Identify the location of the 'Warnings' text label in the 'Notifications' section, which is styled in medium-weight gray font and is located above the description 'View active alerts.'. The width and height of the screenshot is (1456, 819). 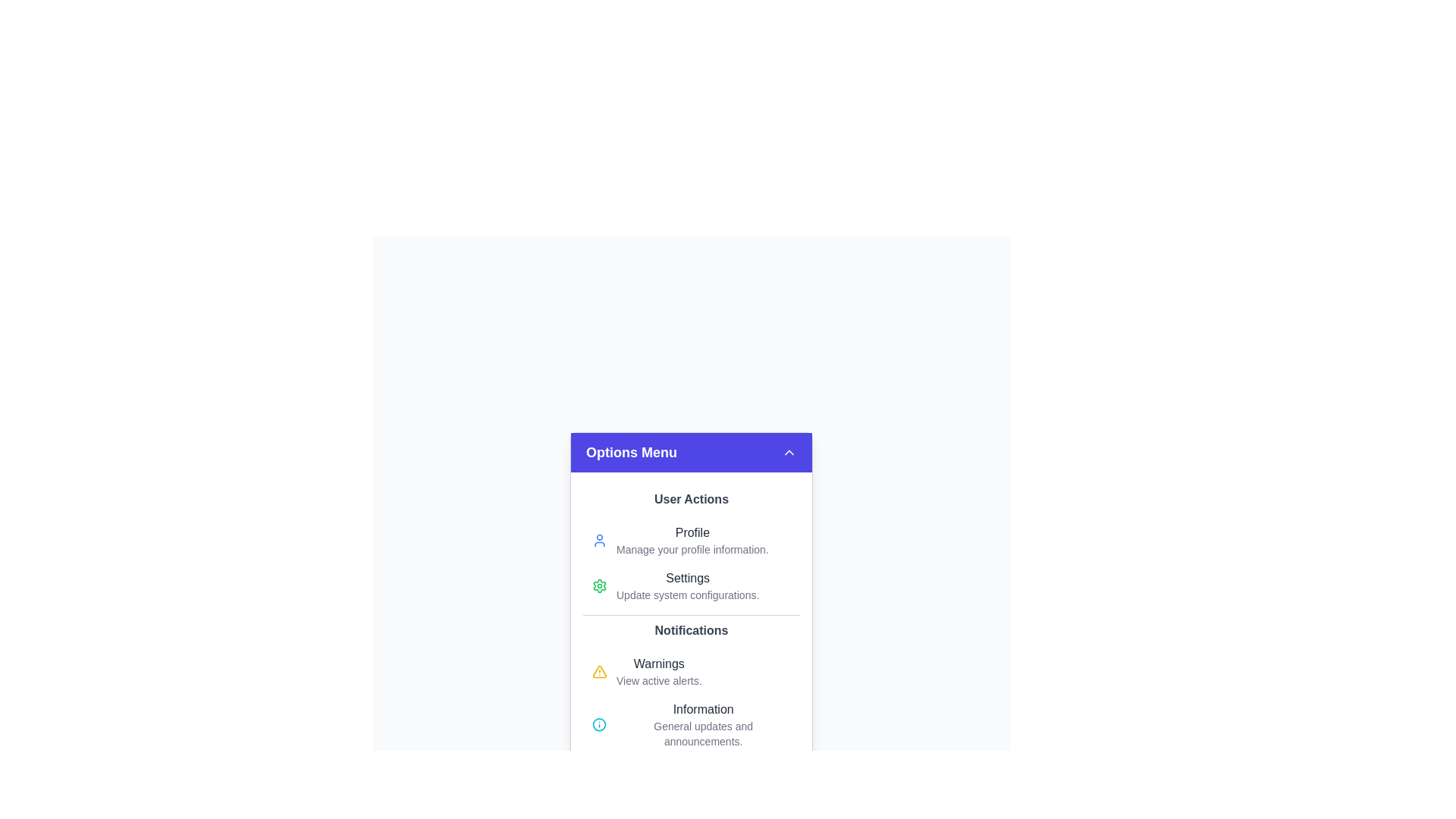
(659, 663).